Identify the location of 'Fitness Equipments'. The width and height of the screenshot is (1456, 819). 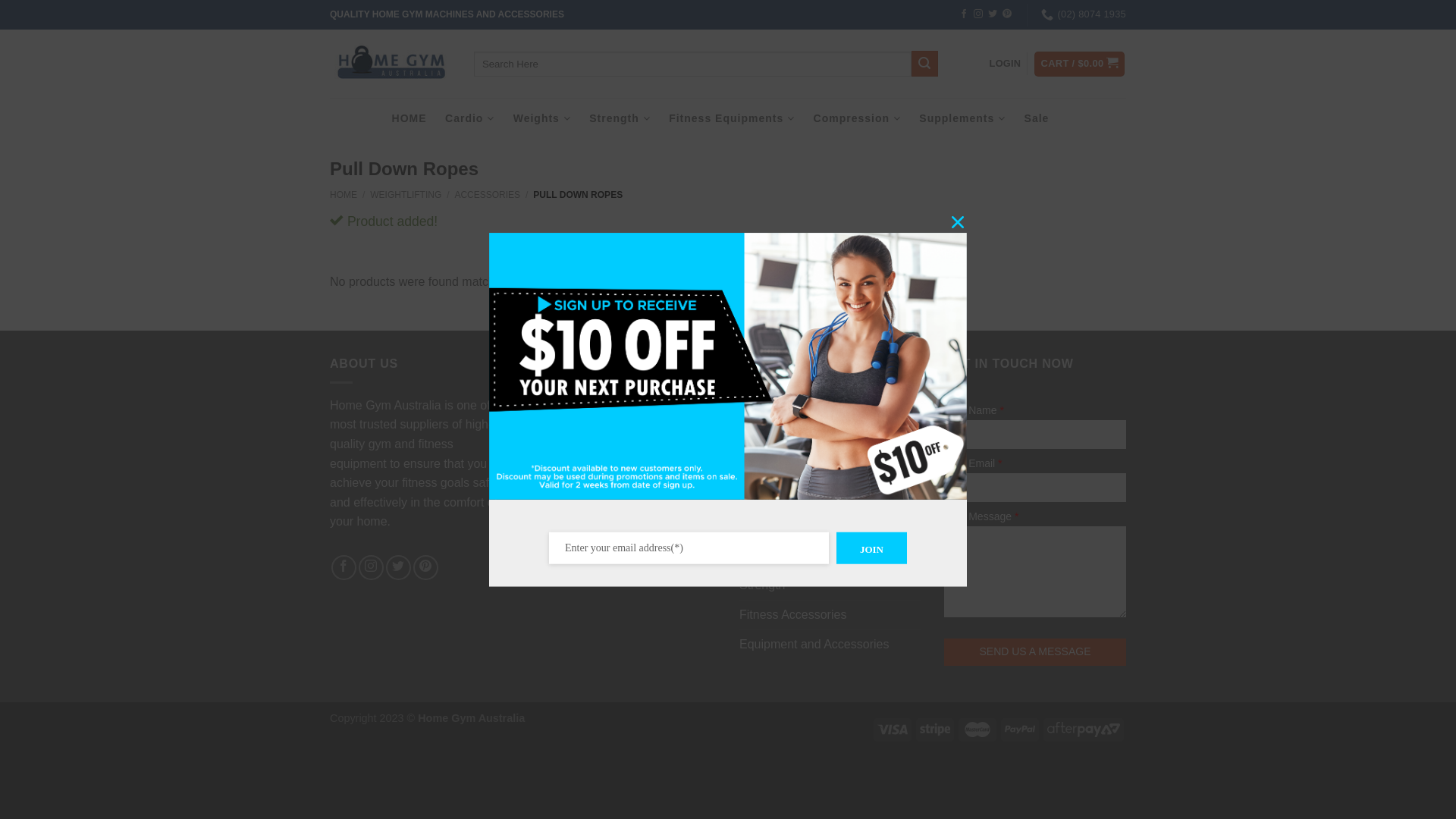
(731, 117).